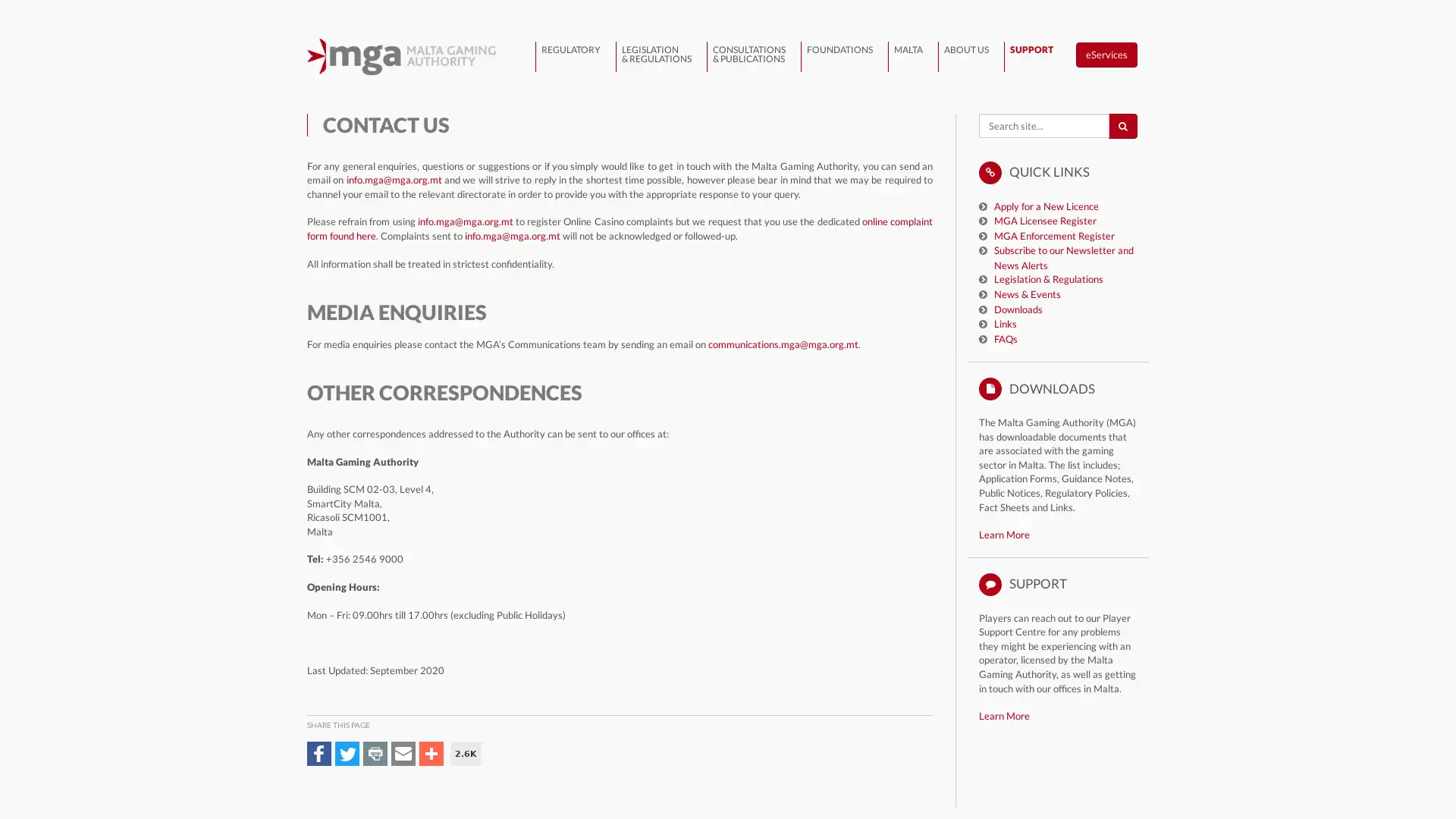 The width and height of the screenshot is (1456, 819). What do you see at coordinates (375, 754) in the screenshot?
I see `Share to Print` at bounding box center [375, 754].